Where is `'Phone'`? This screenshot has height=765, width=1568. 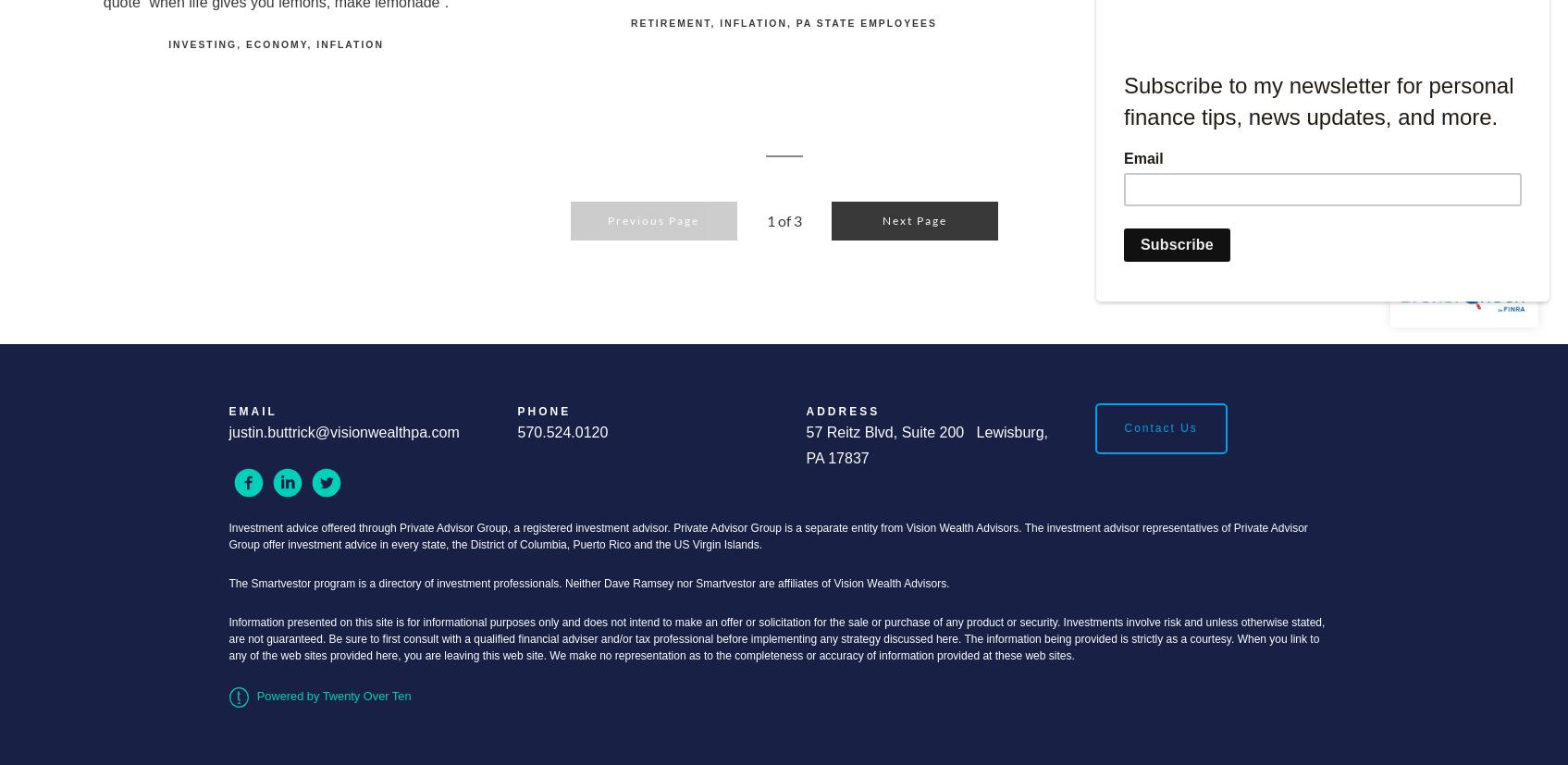 'Phone' is located at coordinates (543, 411).